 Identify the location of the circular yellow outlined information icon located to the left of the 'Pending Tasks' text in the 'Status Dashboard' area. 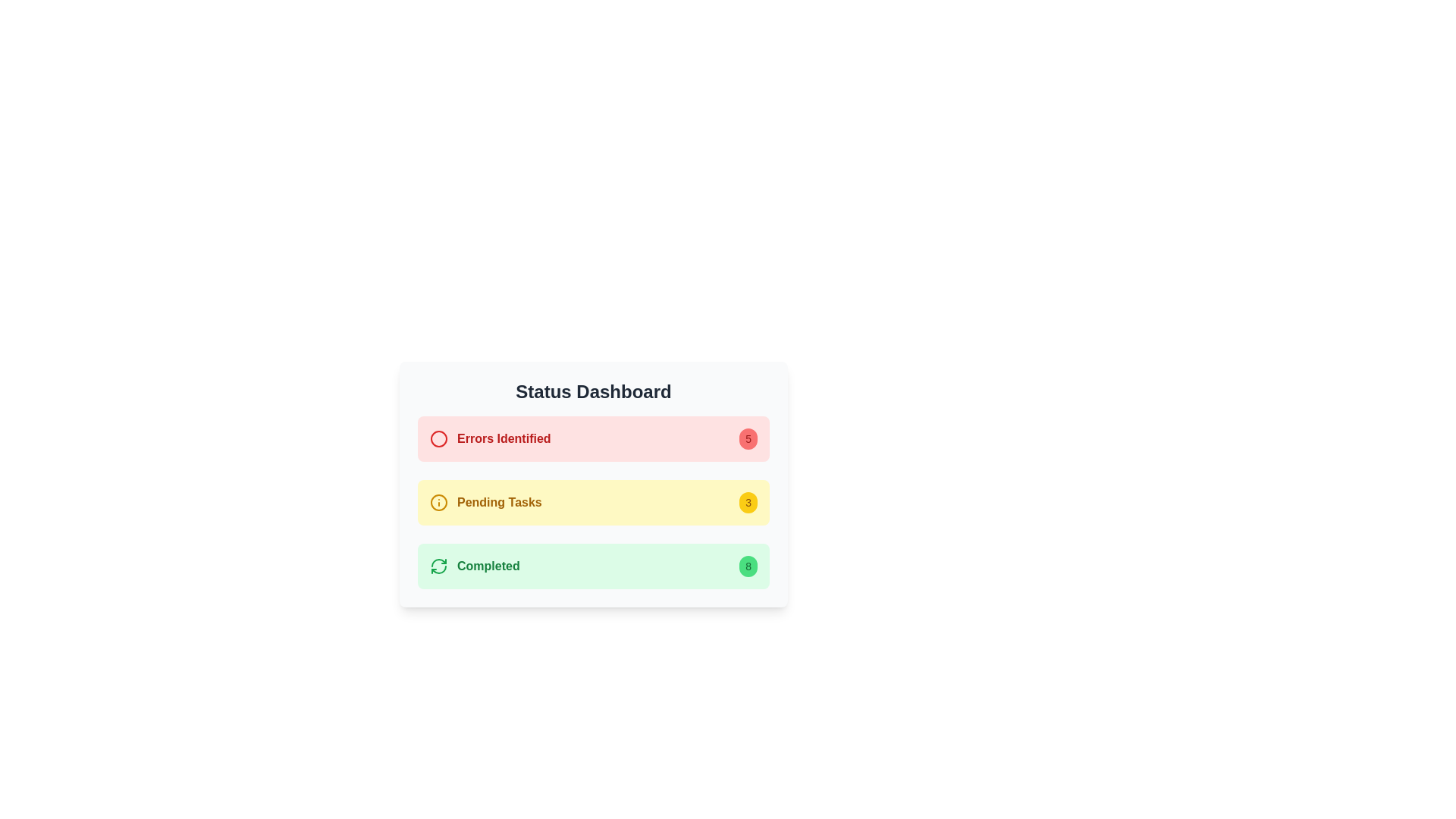
(438, 503).